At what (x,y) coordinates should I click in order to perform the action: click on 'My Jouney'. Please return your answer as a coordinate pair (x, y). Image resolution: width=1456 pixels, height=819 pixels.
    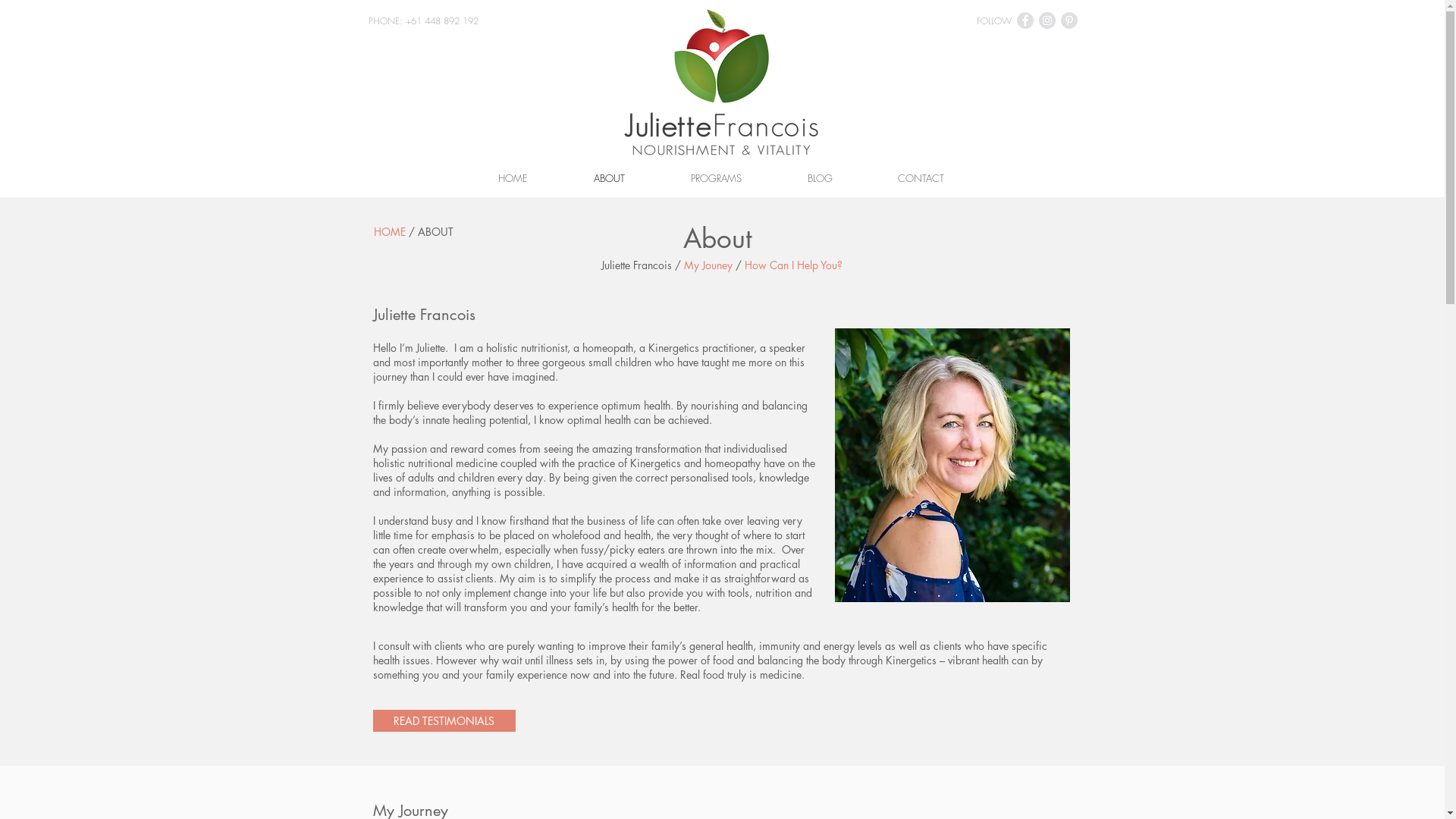
    Looking at the image, I should click on (708, 264).